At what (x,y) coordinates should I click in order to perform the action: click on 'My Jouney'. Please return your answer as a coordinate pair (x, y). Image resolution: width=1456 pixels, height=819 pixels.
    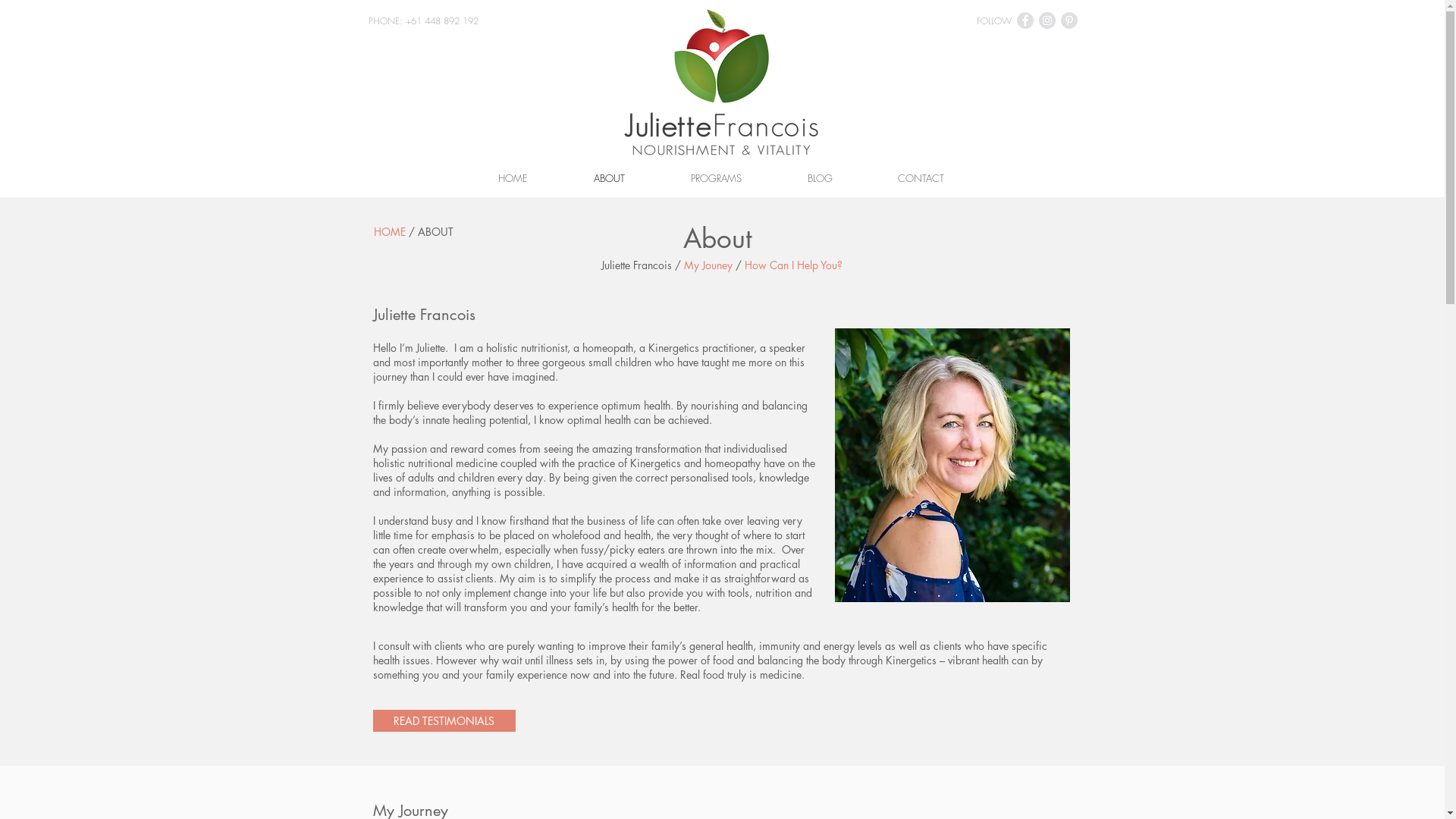
    Looking at the image, I should click on (708, 264).